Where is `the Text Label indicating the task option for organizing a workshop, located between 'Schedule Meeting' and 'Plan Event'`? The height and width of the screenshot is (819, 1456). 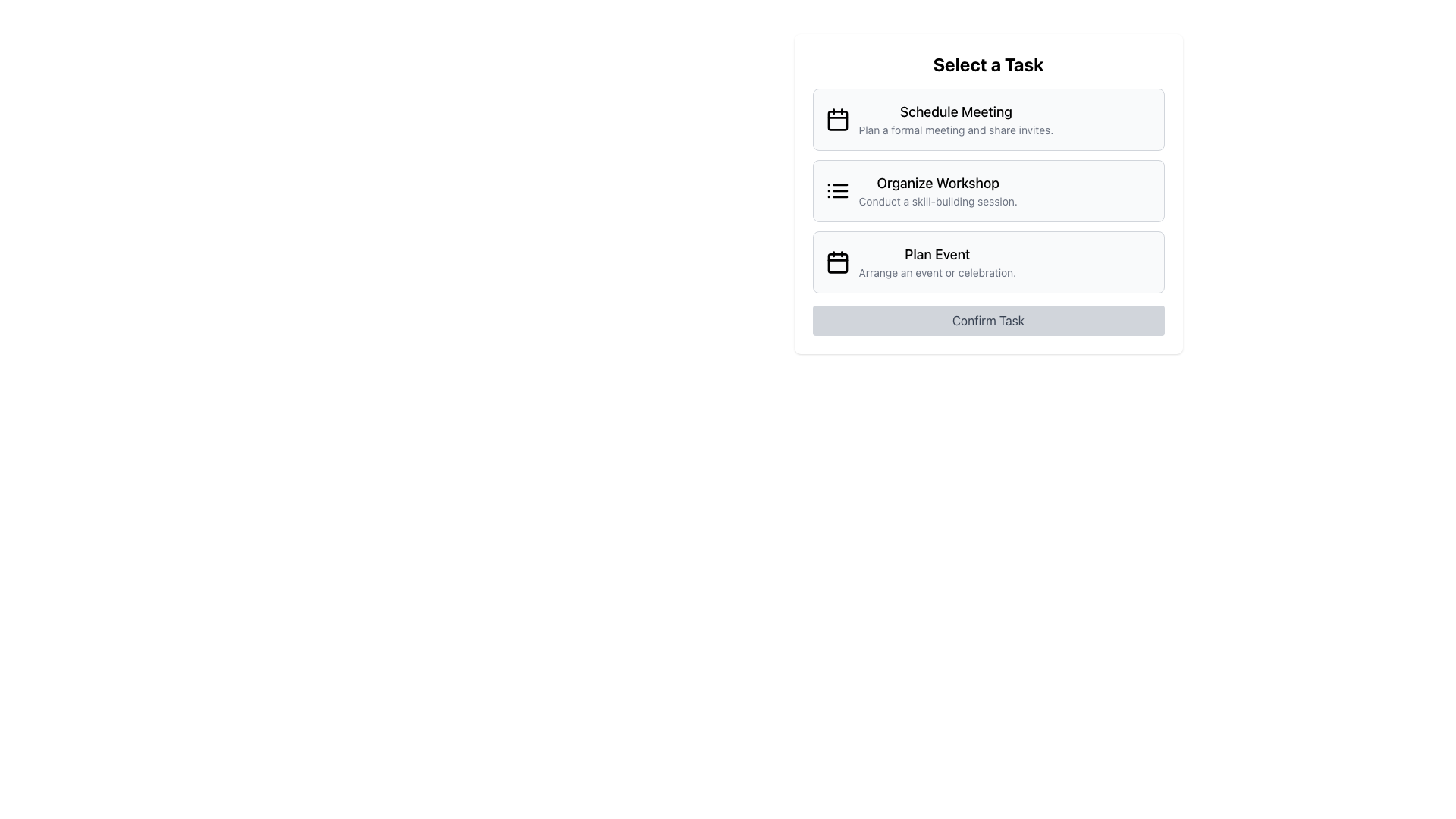
the Text Label indicating the task option for organizing a workshop, located between 'Schedule Meeting' and 'Plan Event' is located at coordinates (937, 183).